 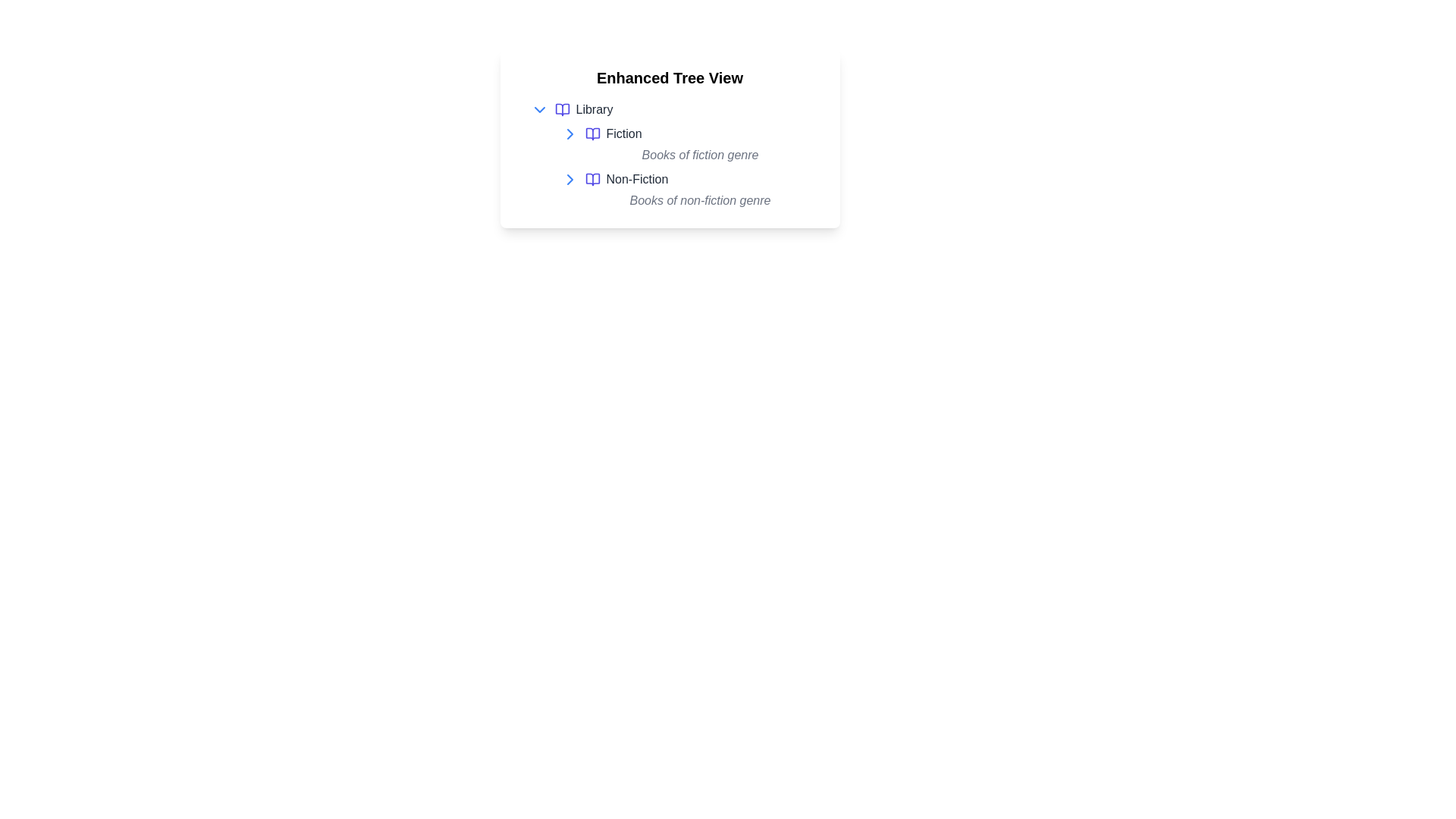 I want to click on the text block displaying information about book genres, specifically located in the middle-right section of the layout below the 'Enhanced Tree View' heading, so click(x=684, y=167).